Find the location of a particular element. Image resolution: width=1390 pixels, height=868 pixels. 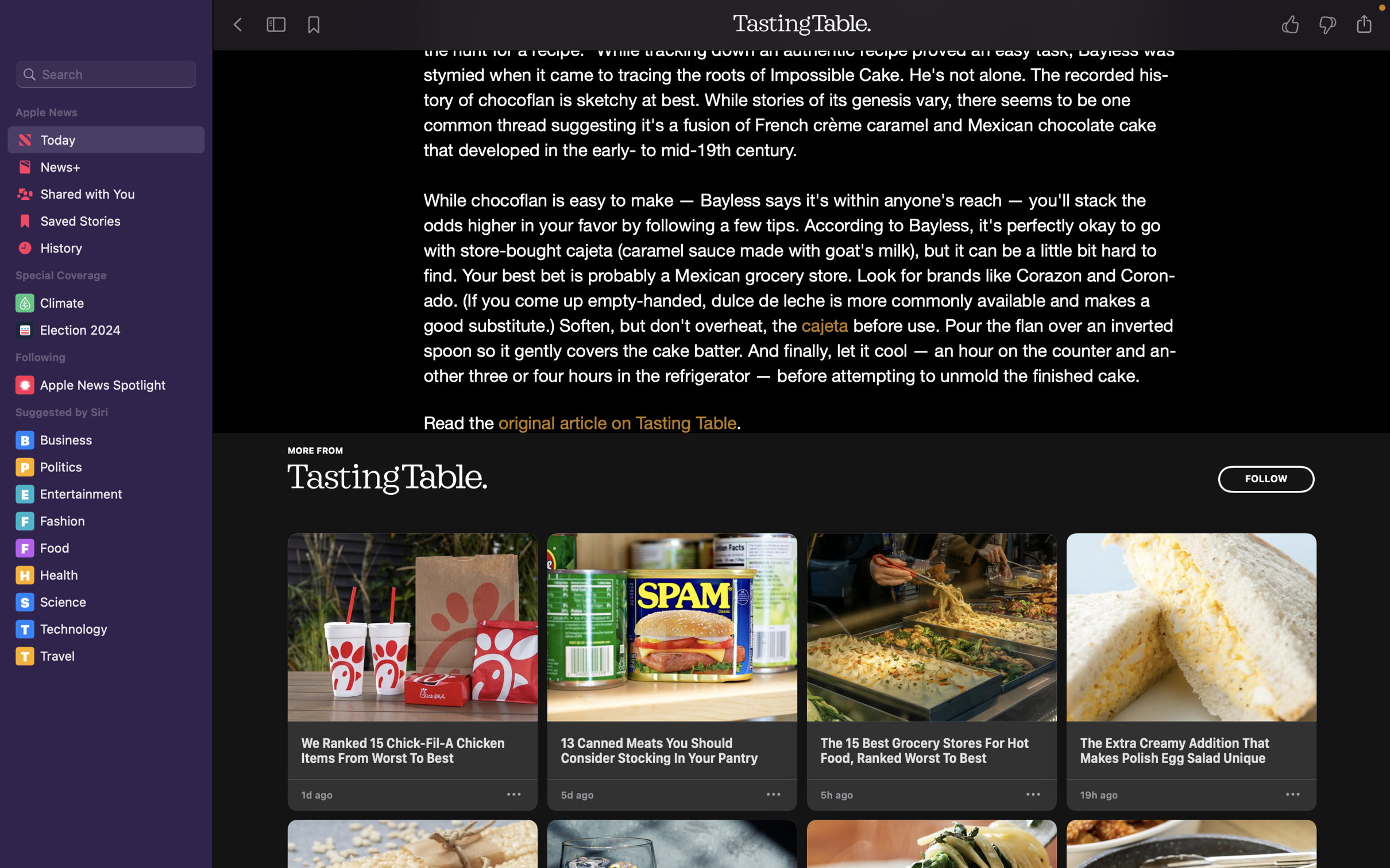

Show disapproval for the story is located at coordinates (1331, 26).